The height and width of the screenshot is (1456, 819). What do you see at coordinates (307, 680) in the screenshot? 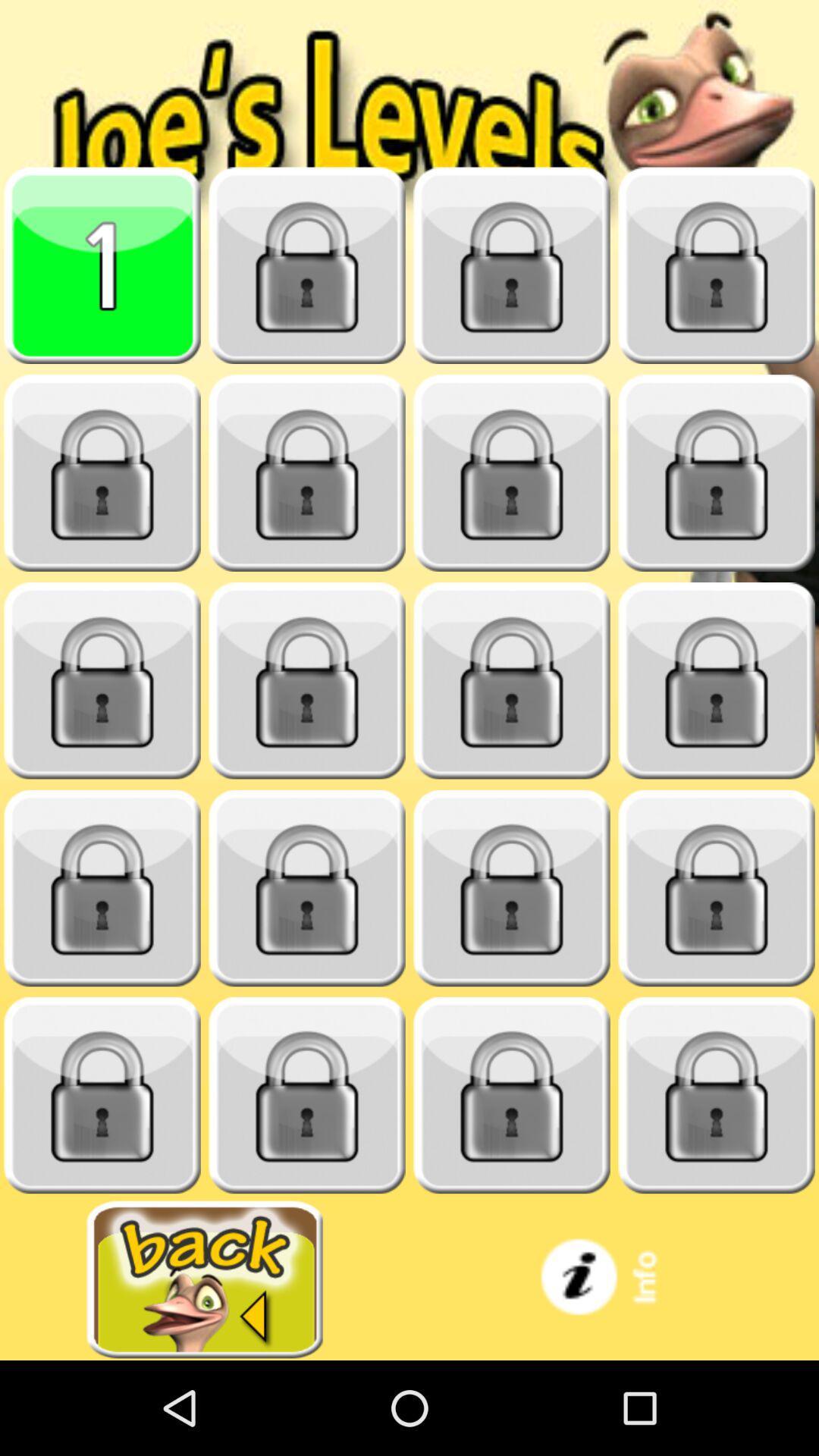
I see `unlock section` at bounding box center [307, 680].